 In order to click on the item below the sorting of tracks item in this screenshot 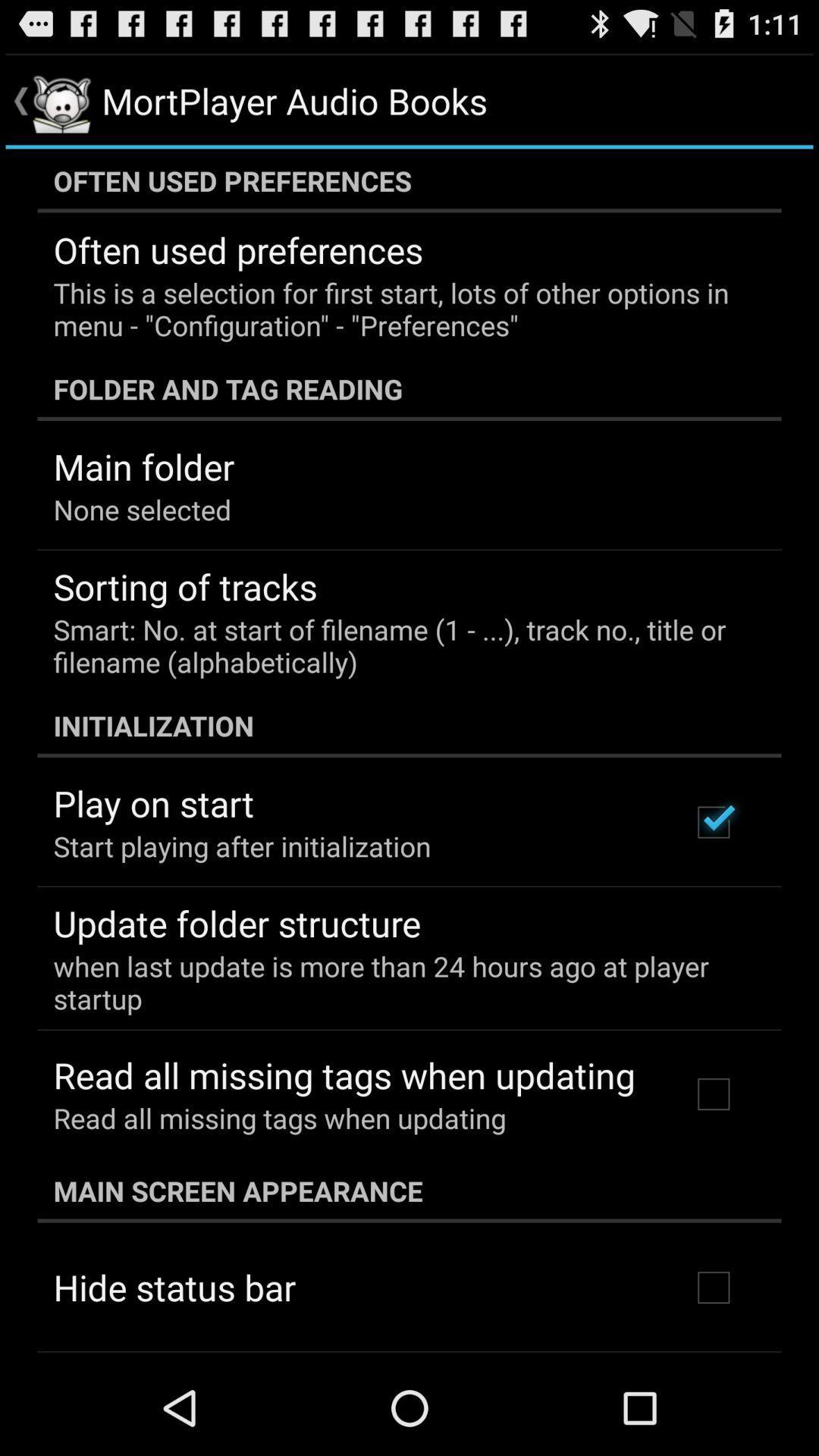, I will do `click(398, 645)`.